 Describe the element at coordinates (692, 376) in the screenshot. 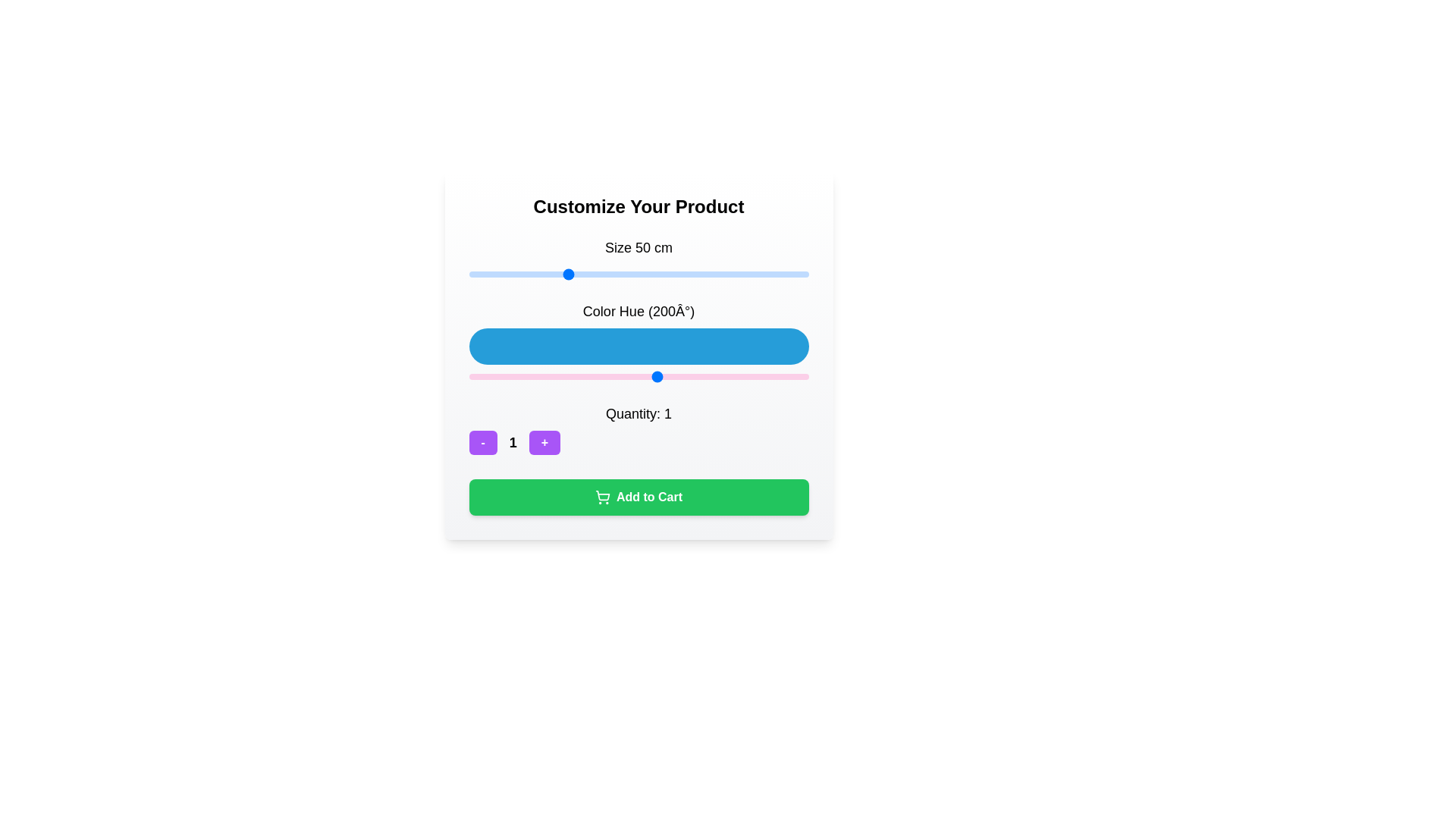

I see `the color hue slider` at that location.